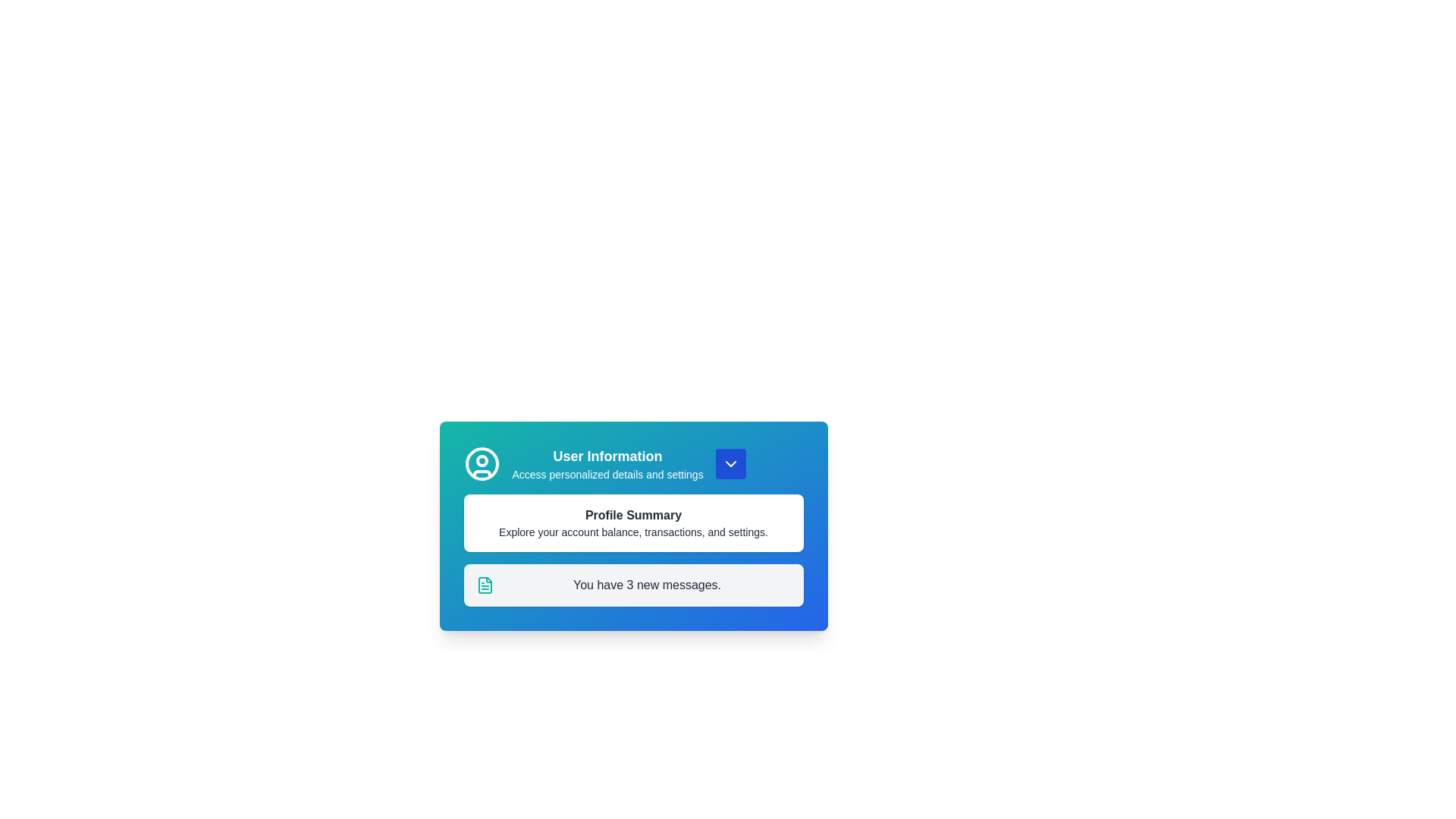  What do you see at coordinates (730, 463) in the screenshot?
I see `the dropdown toggle button located on the right side of the 'User Information' text` at bounding box center [730, 463].